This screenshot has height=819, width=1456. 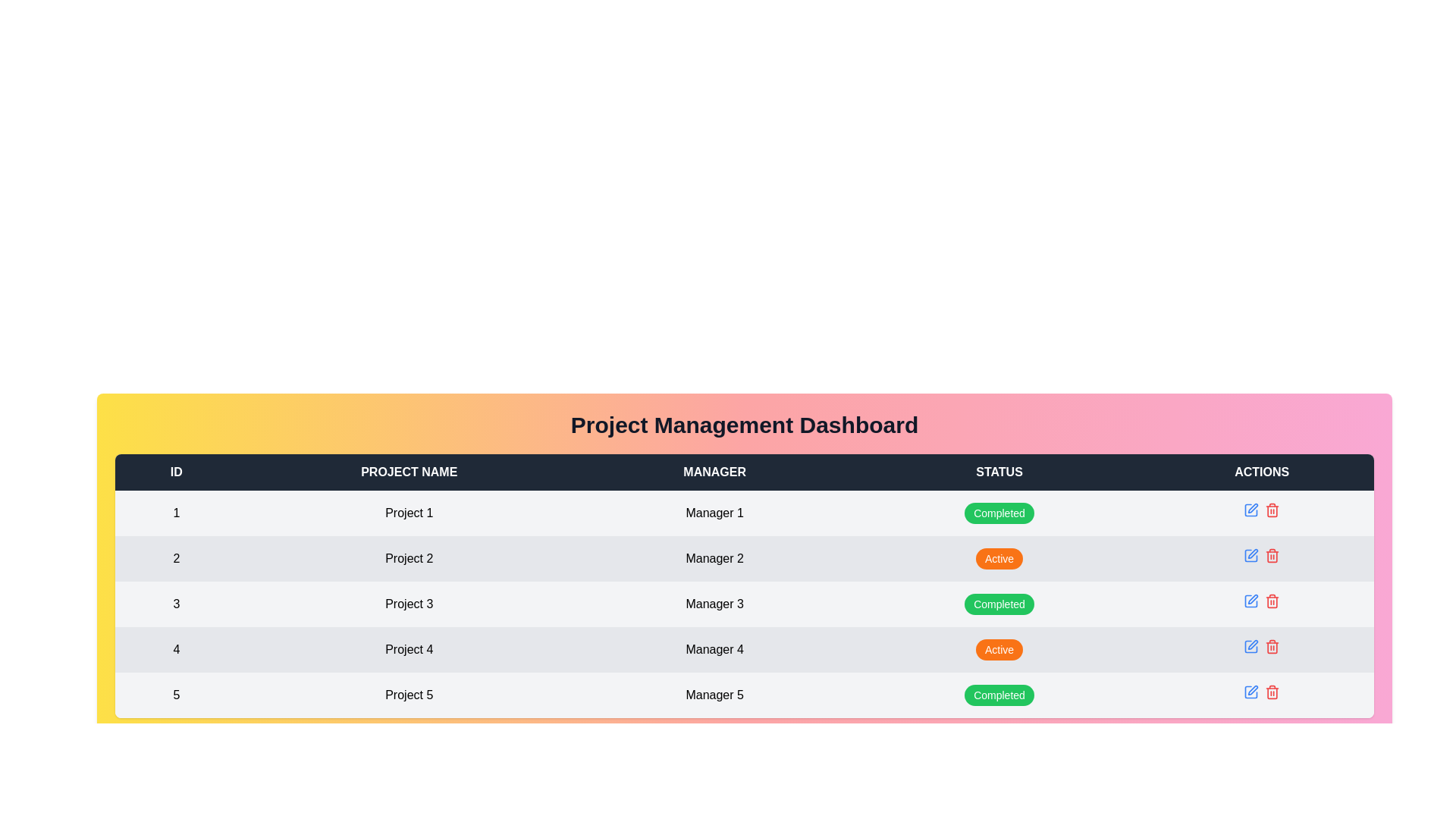 I want to click on the edit icon in the 'Actions' column for 'Project 3', so click(x=1251, y=510).